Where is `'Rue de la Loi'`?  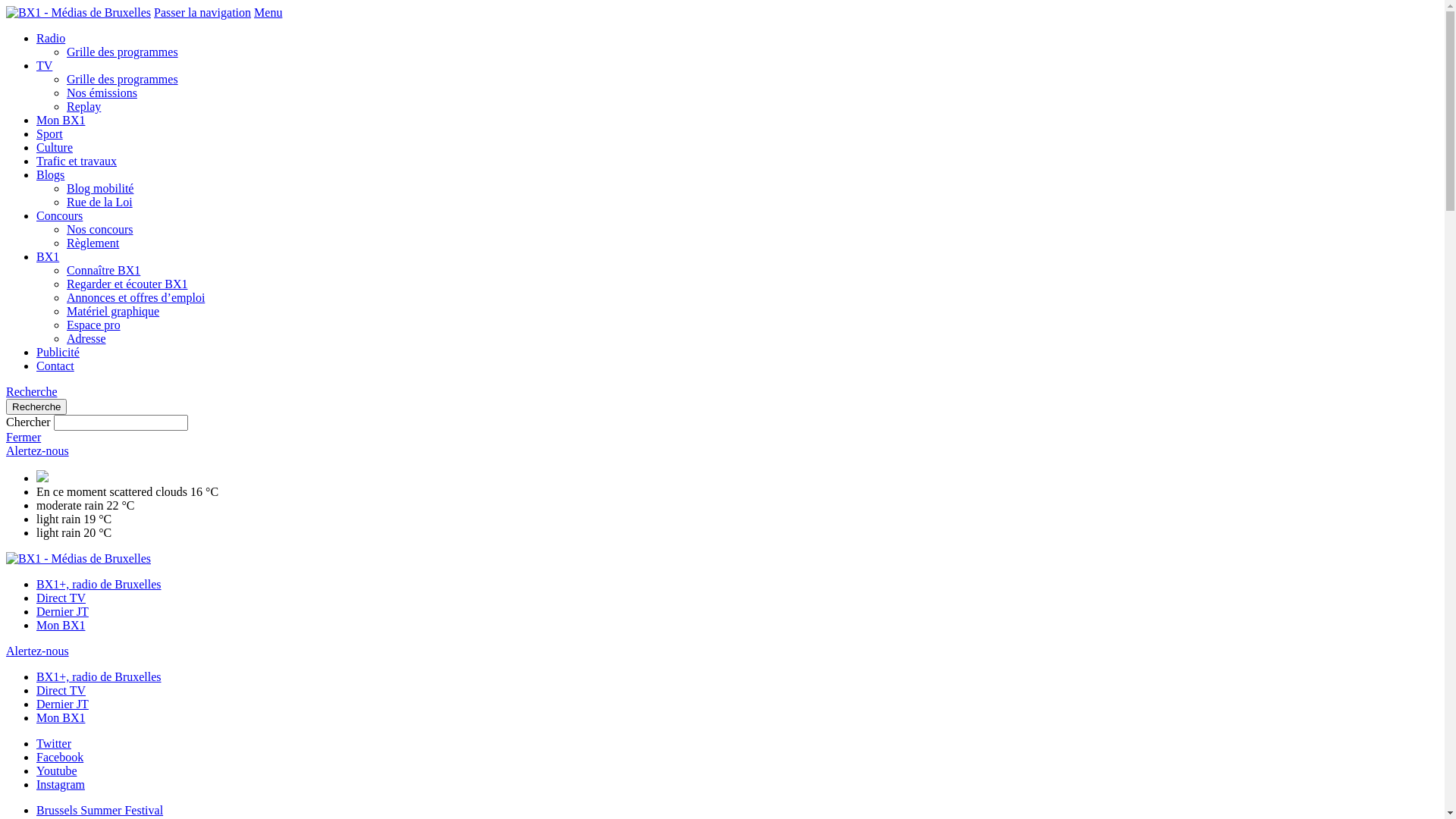
'Rue de la Loi' is located at coordinates (99, 201).